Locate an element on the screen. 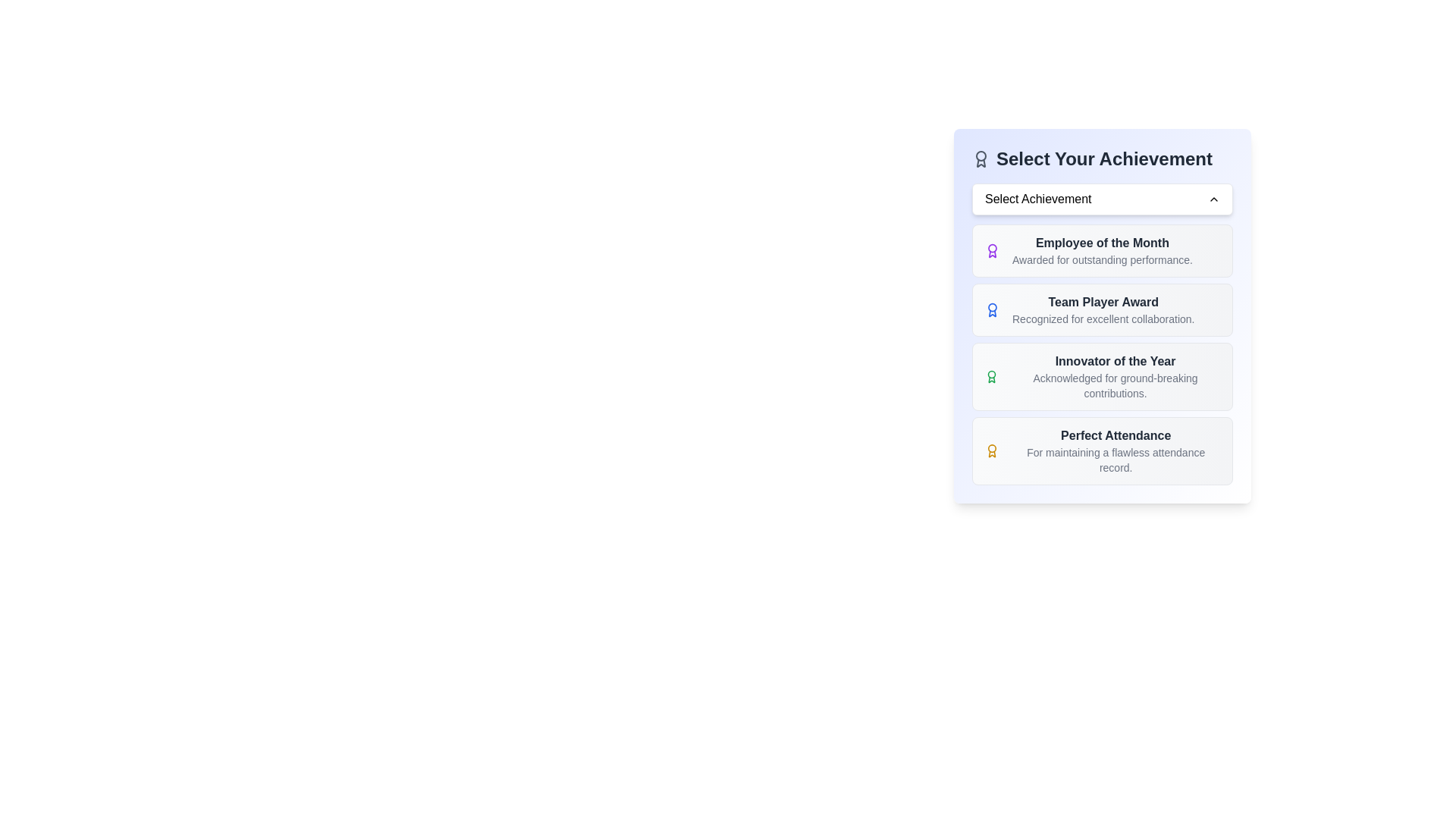 Image resolution: width=1456 pixels, height=819 pixels. the static text label displaying 'Recognized for excellent collaboration.' positioned below 'Team Player Award' in the list of achievement options is located at coordinates (1103, 318).